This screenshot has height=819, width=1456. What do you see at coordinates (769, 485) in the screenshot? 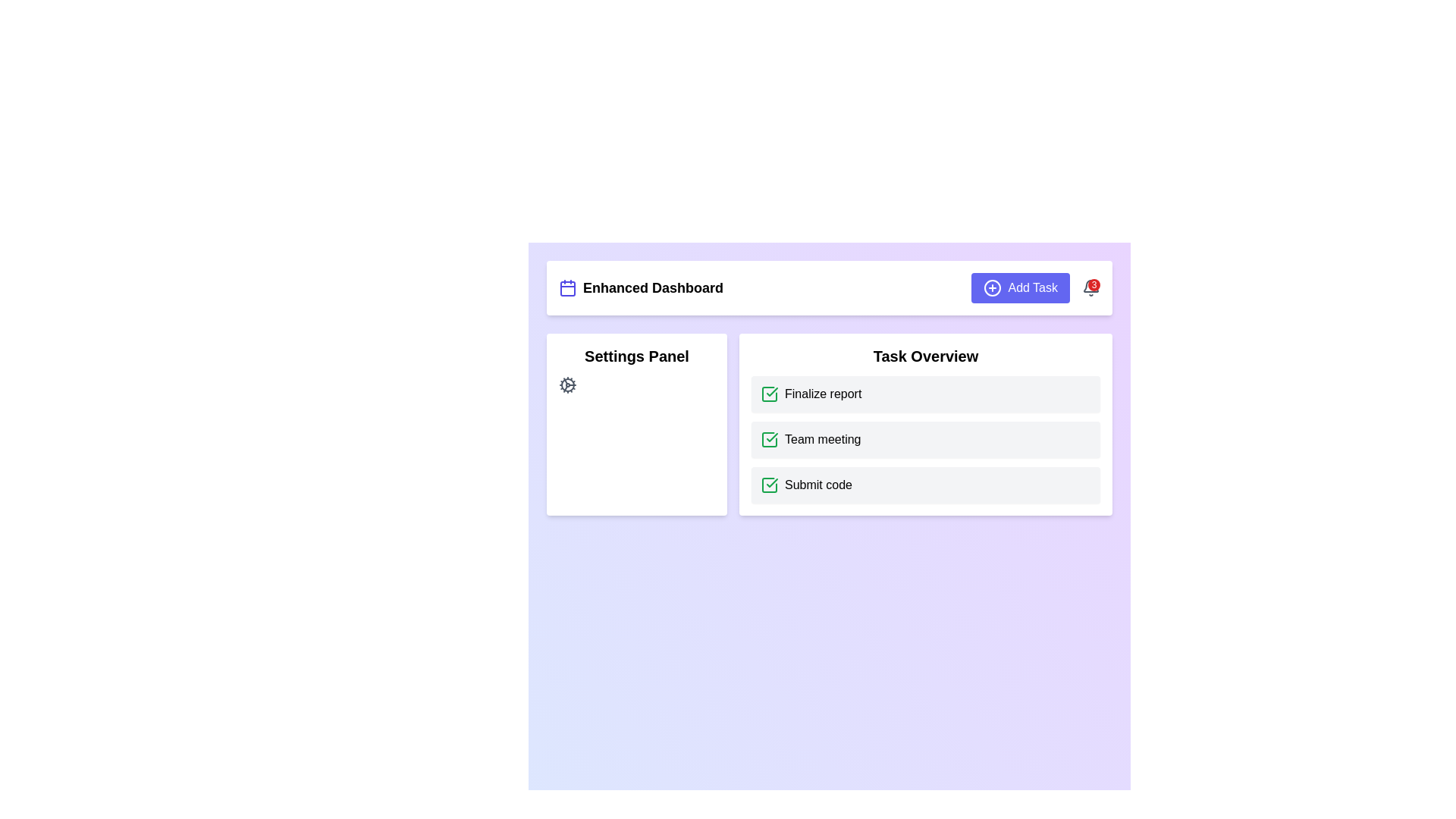
I see `the completed status icon indicating the 'Submit code' task within the 'Task Overview' section` at bounding box center [769, 485].